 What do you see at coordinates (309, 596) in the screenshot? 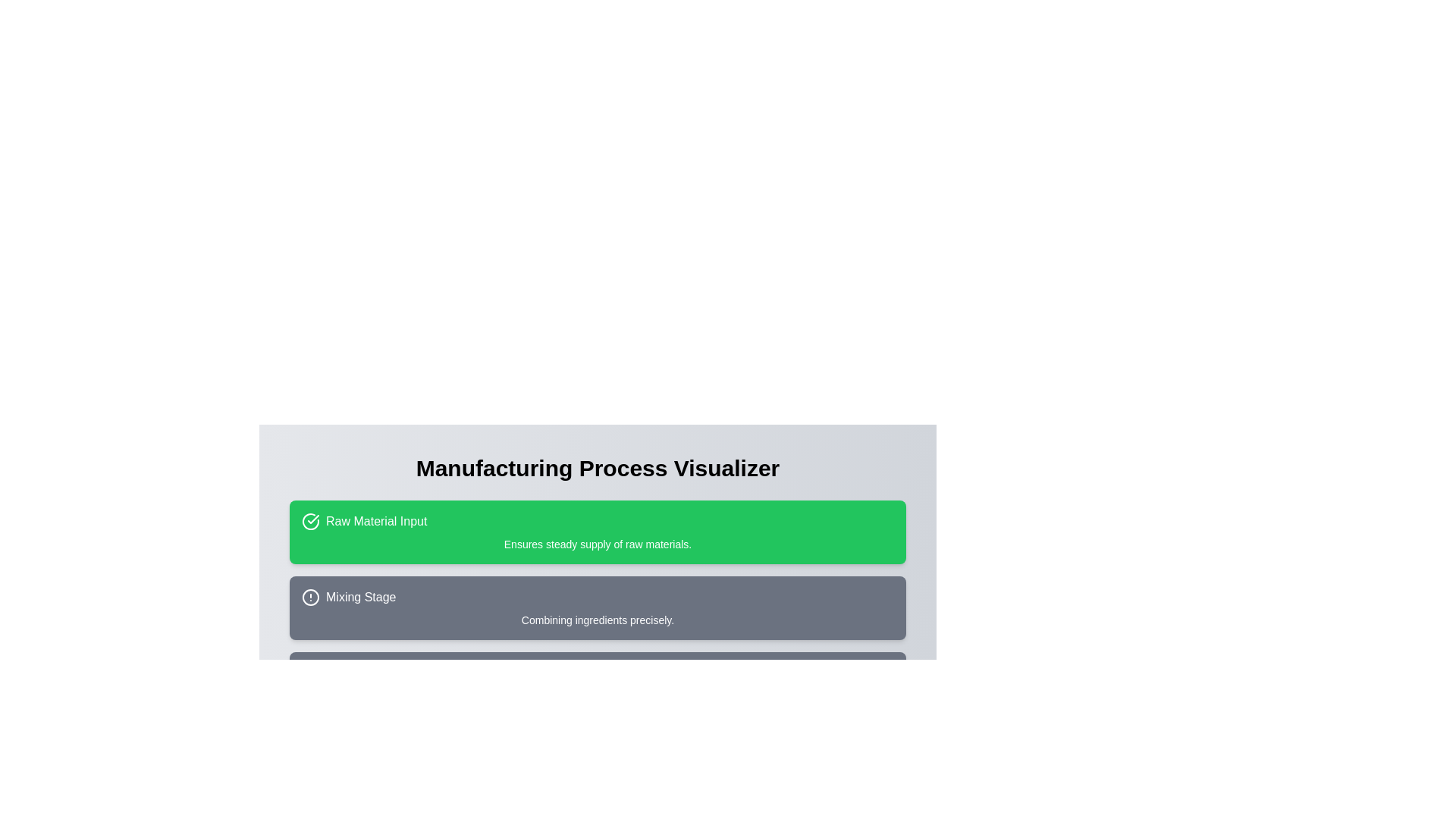
I see `the circular icon located within the 'Mixing Stage' area, which has a diameter of 20 pixels and is positioned directly to the left of the text label 'Mixing Stage'` at bounding box center [309, 596].